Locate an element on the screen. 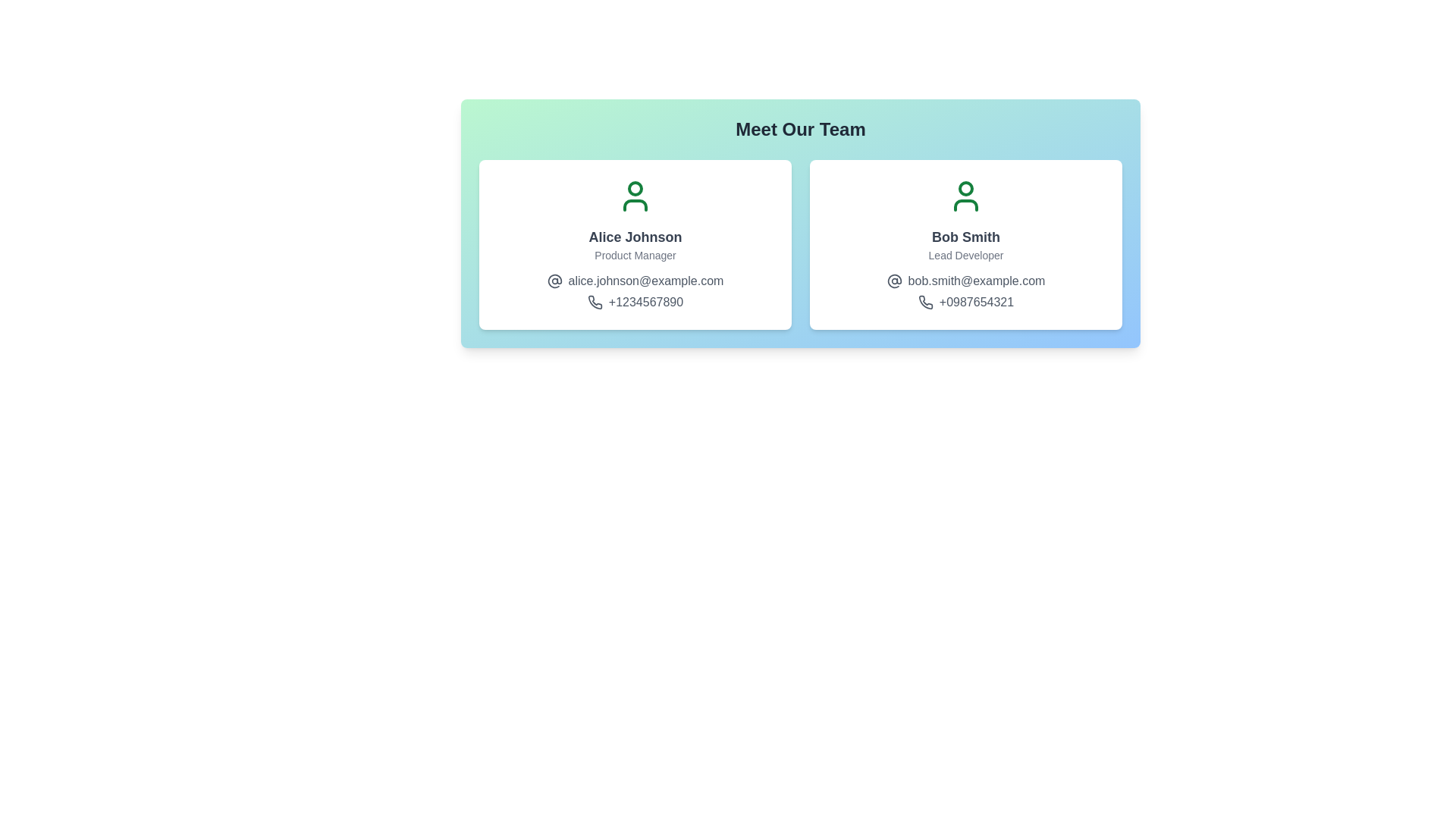 The width and height of the screenshot is (1456, 819). the phone icon located to the left of the phone number in the contact information section of Alice Johnson's profile card is located at coordinates (594, 302).